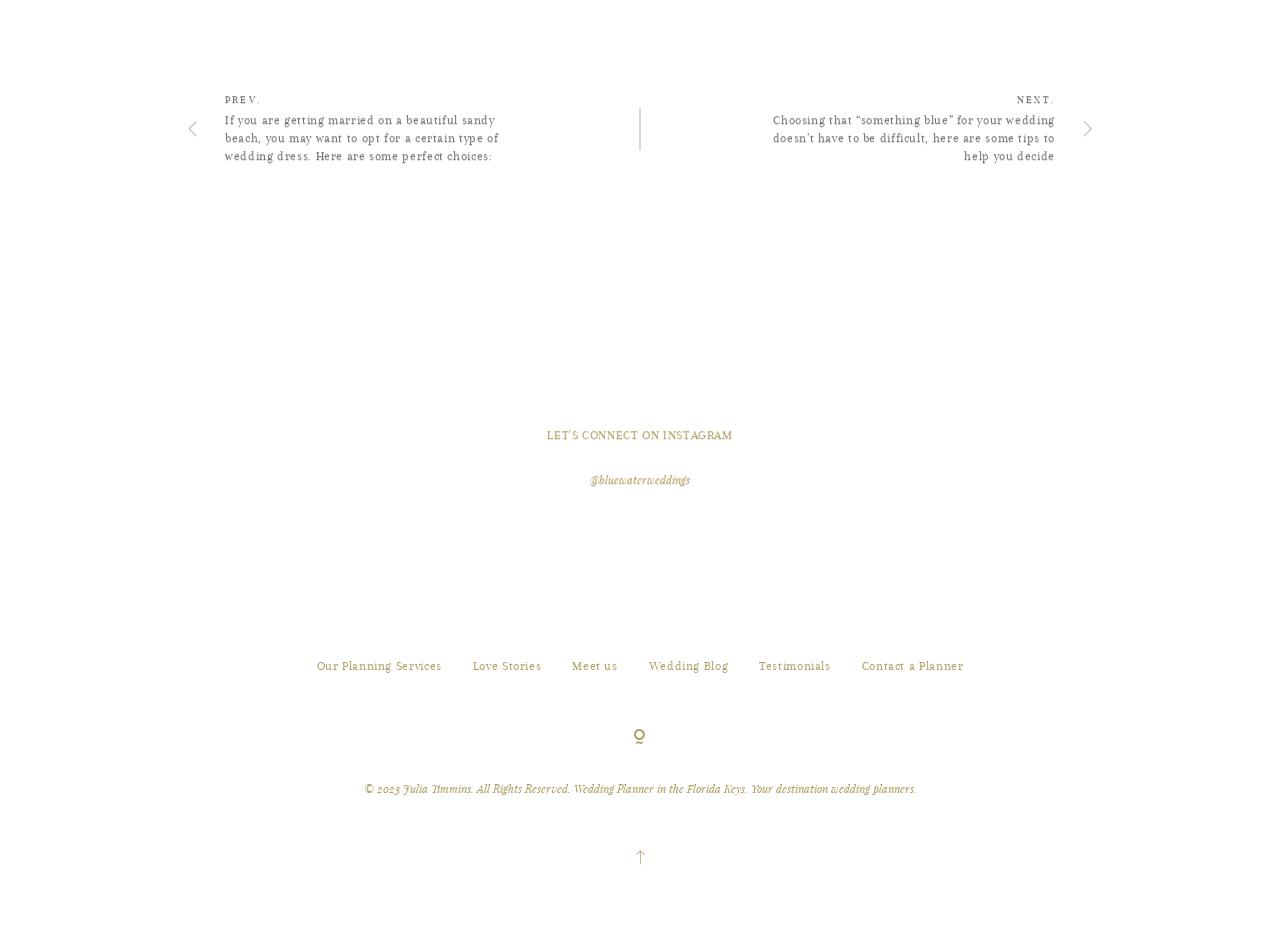  Describe the element at coordinates (1035, 202) in the screenshot. I see `'NEXT.'` at that location.